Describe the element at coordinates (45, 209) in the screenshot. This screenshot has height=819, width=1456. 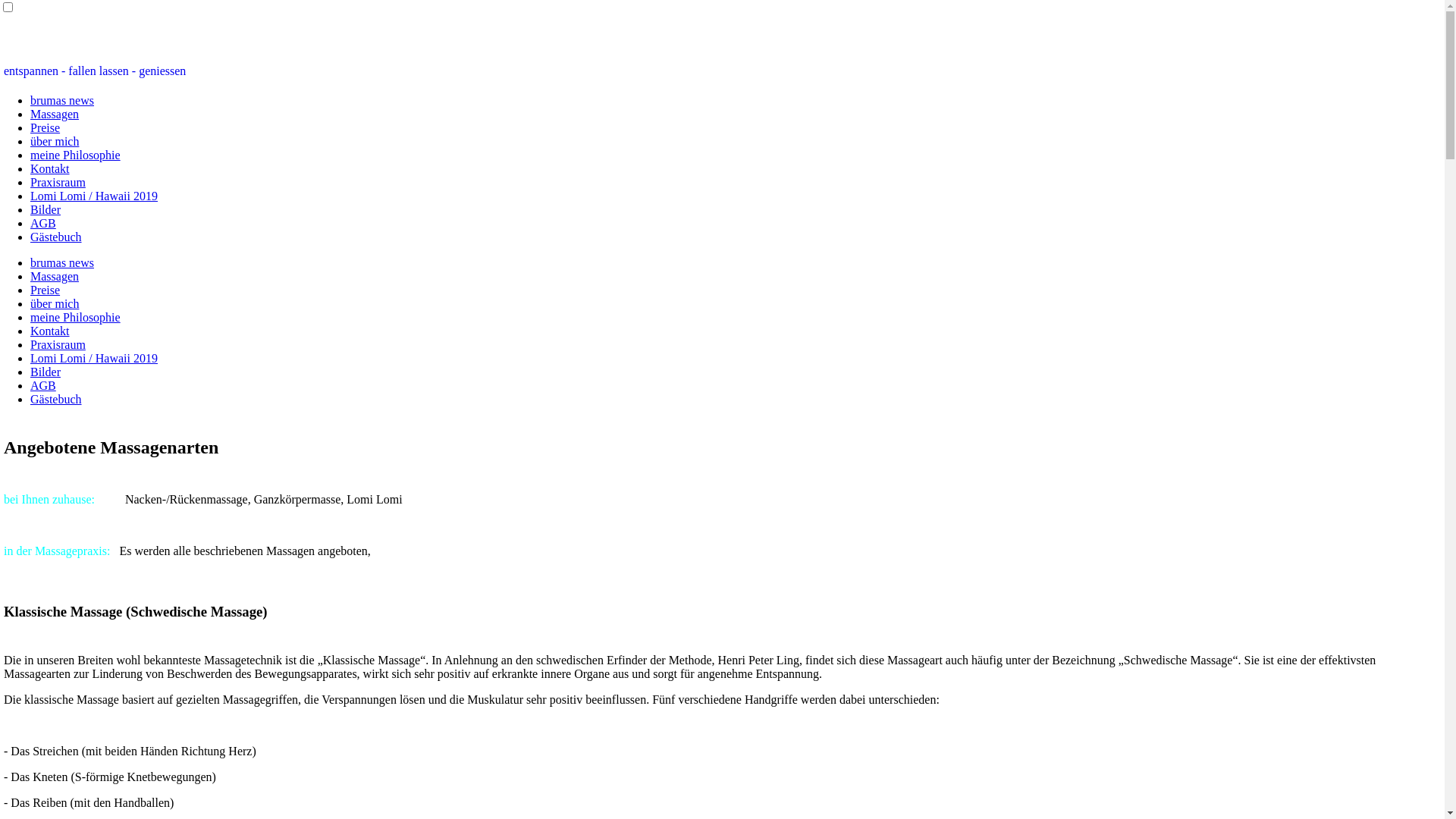
I see `'Bilder'` at that location.